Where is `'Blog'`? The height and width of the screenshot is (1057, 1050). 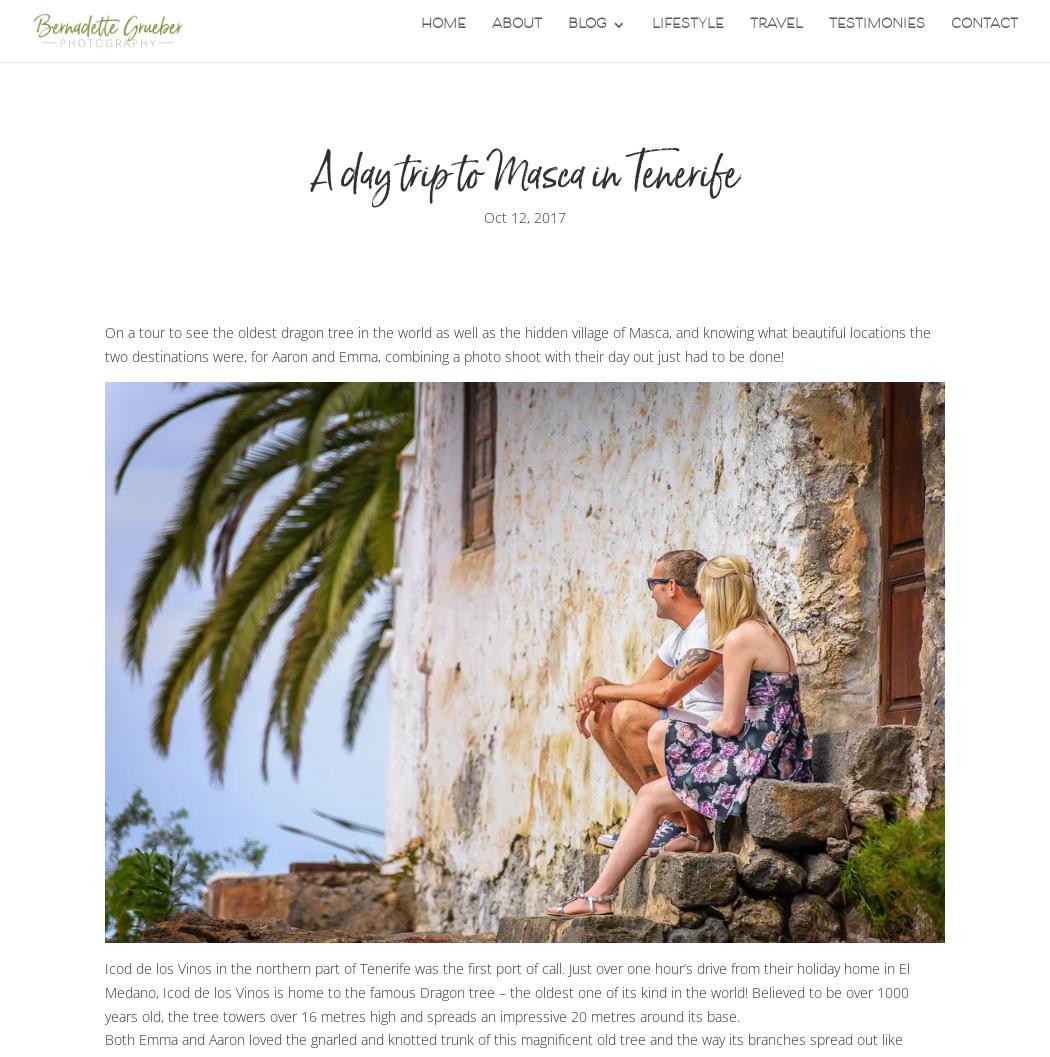
'Blog' is located at coordinates (567, 36).